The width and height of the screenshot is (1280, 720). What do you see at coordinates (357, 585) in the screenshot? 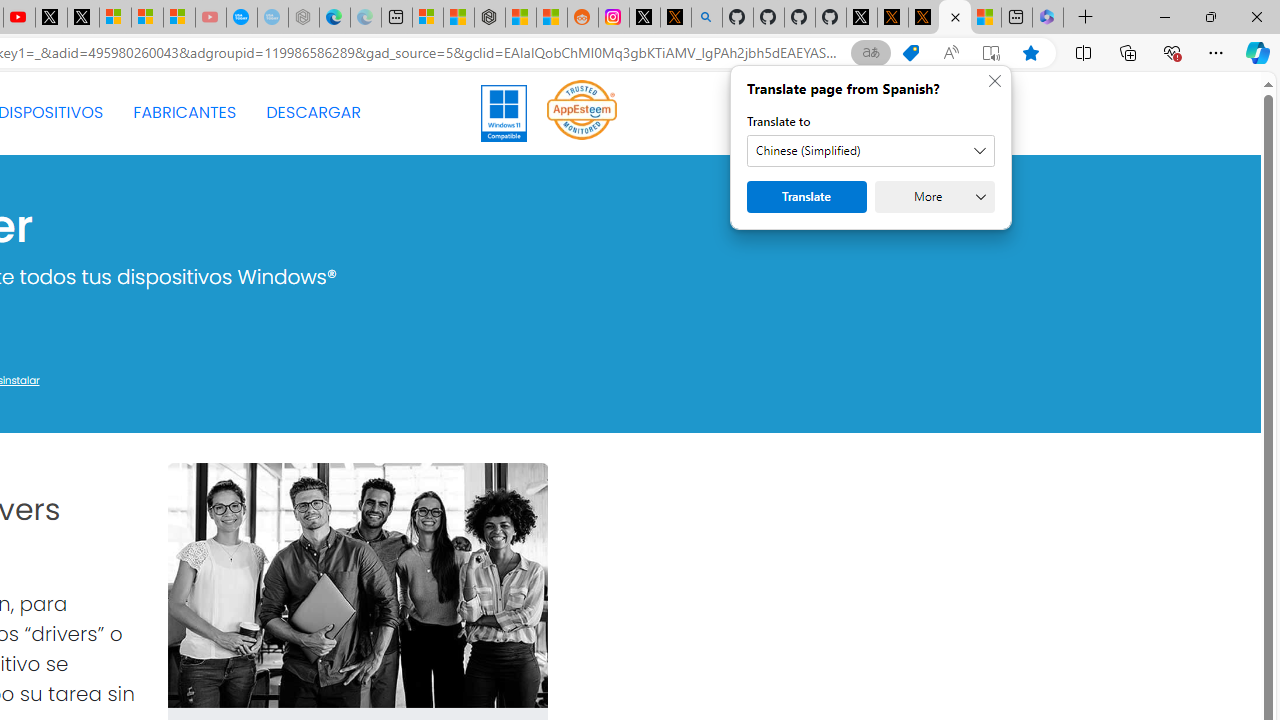
I see `'team'` at bounding box center [357, 585].